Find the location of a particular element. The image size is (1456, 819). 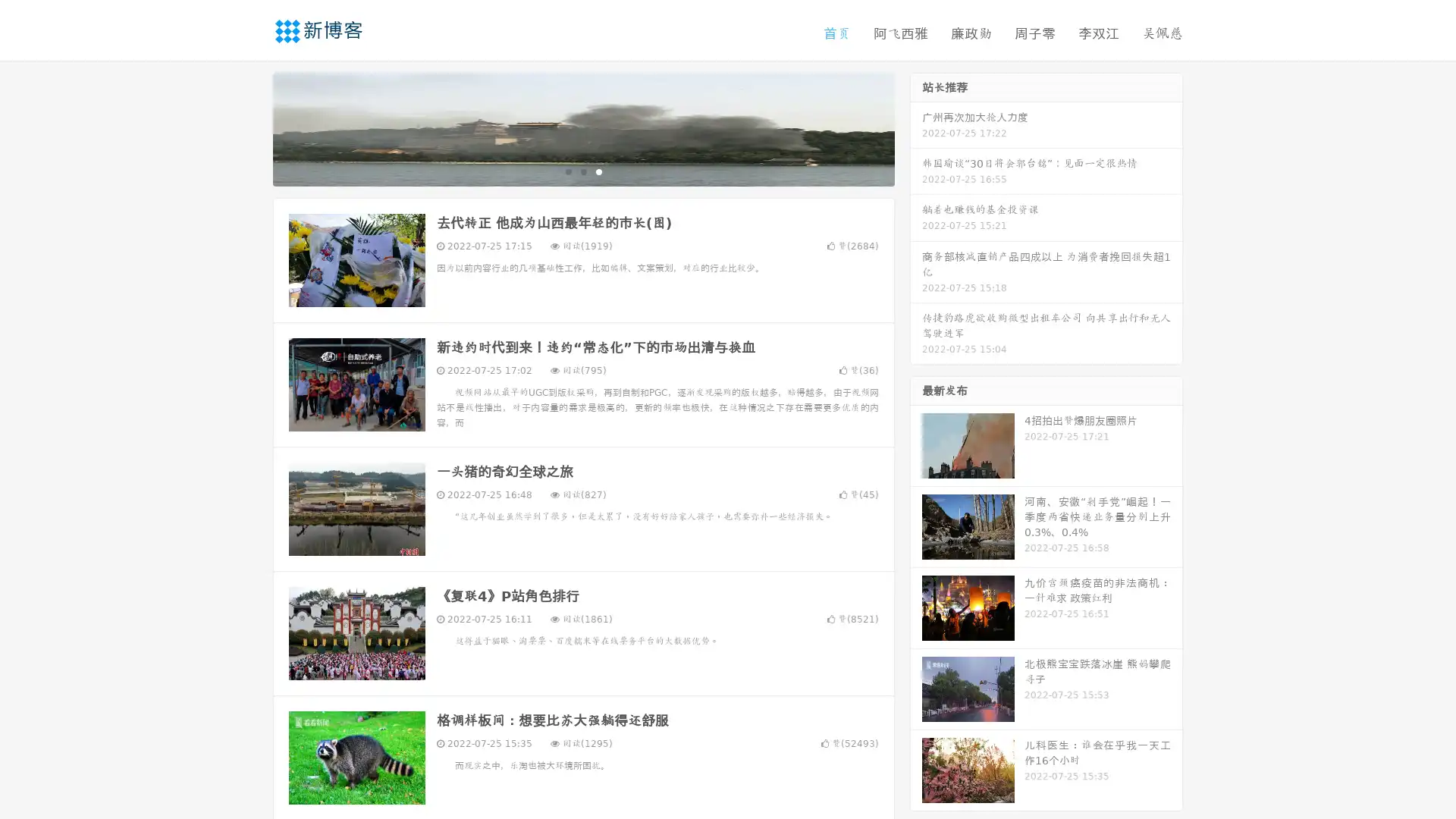

Previous slide is located at coordinates (250, 127).